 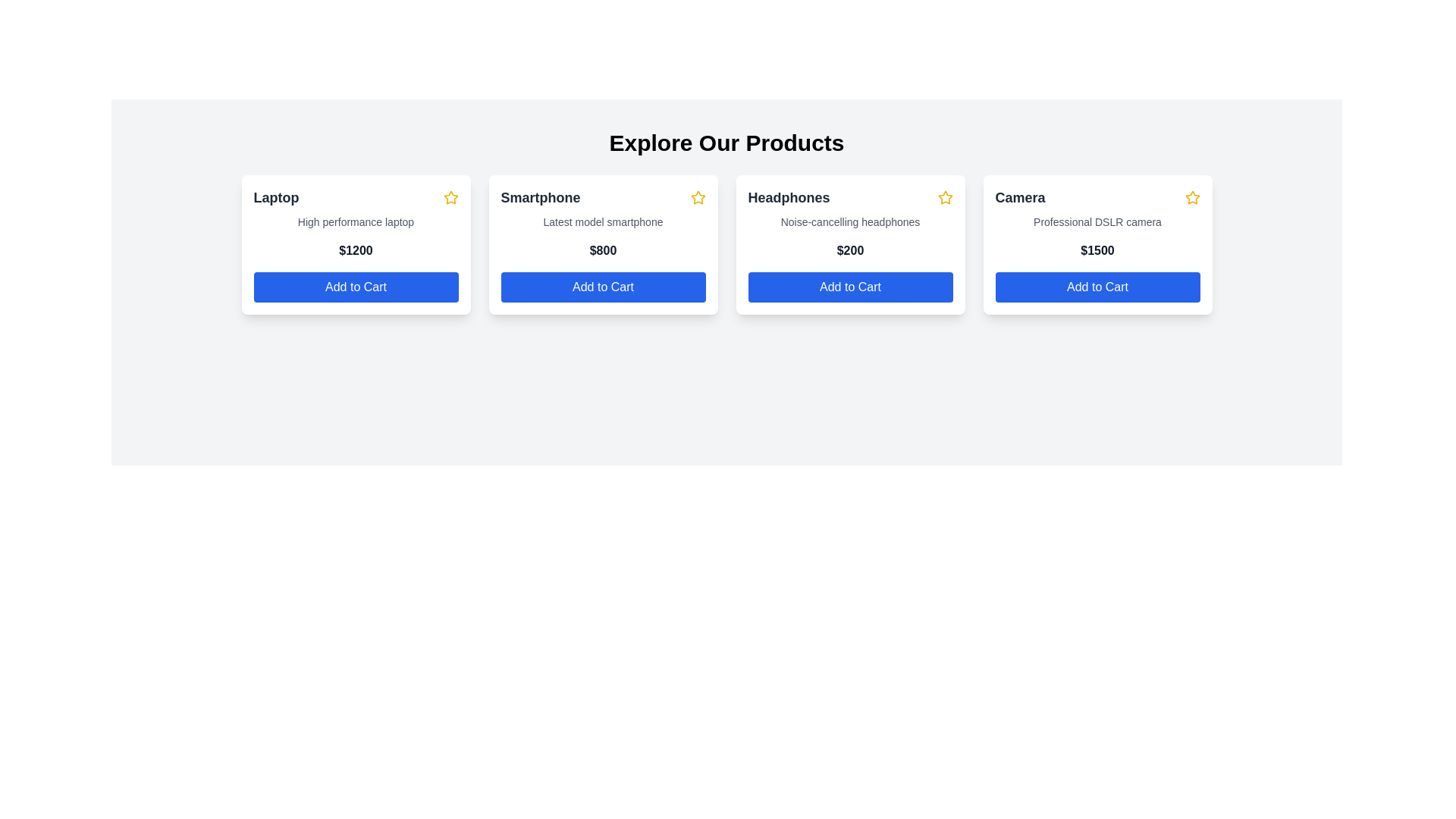 What do you see at coordinates (1097, 287) in the screenshot?
I see `the 'Add to Cart' button with a blue background and white text located at the bottom of the camera product card to observe the hover effect` at bounding box center [1097, 287].